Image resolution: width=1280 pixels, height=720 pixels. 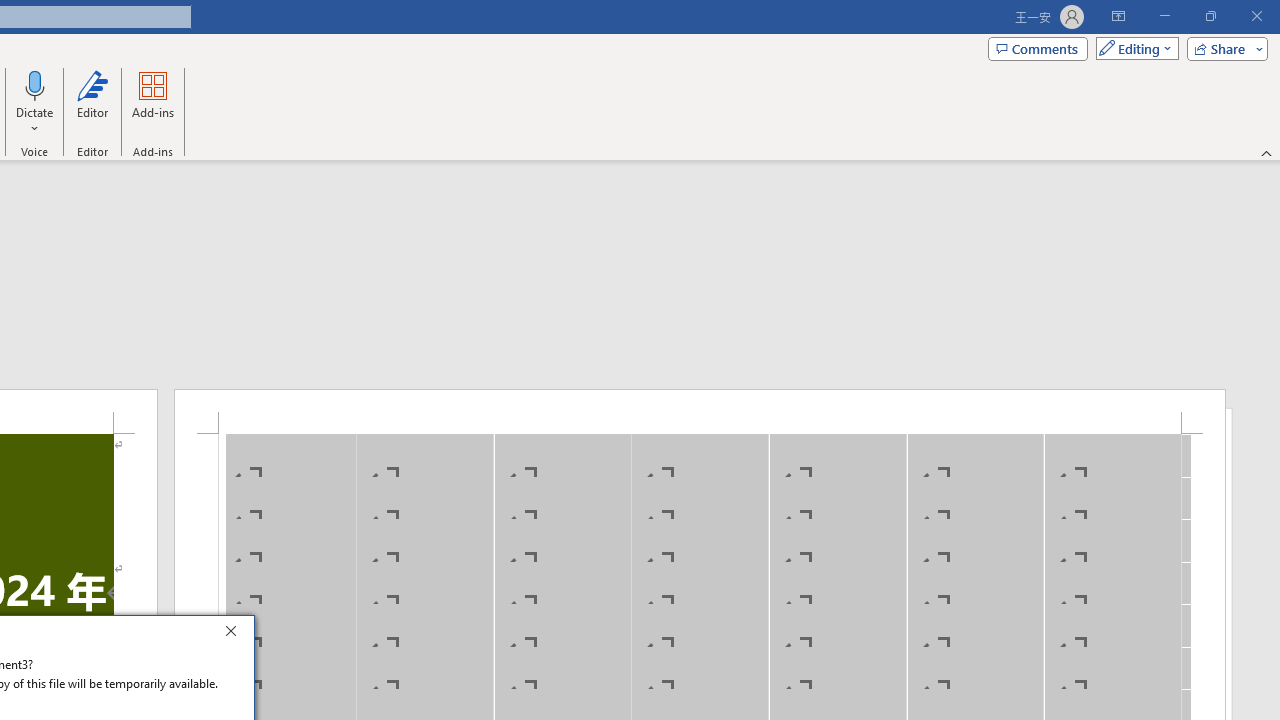 I want to click on 'Mode', so click(x=1133, y=47).